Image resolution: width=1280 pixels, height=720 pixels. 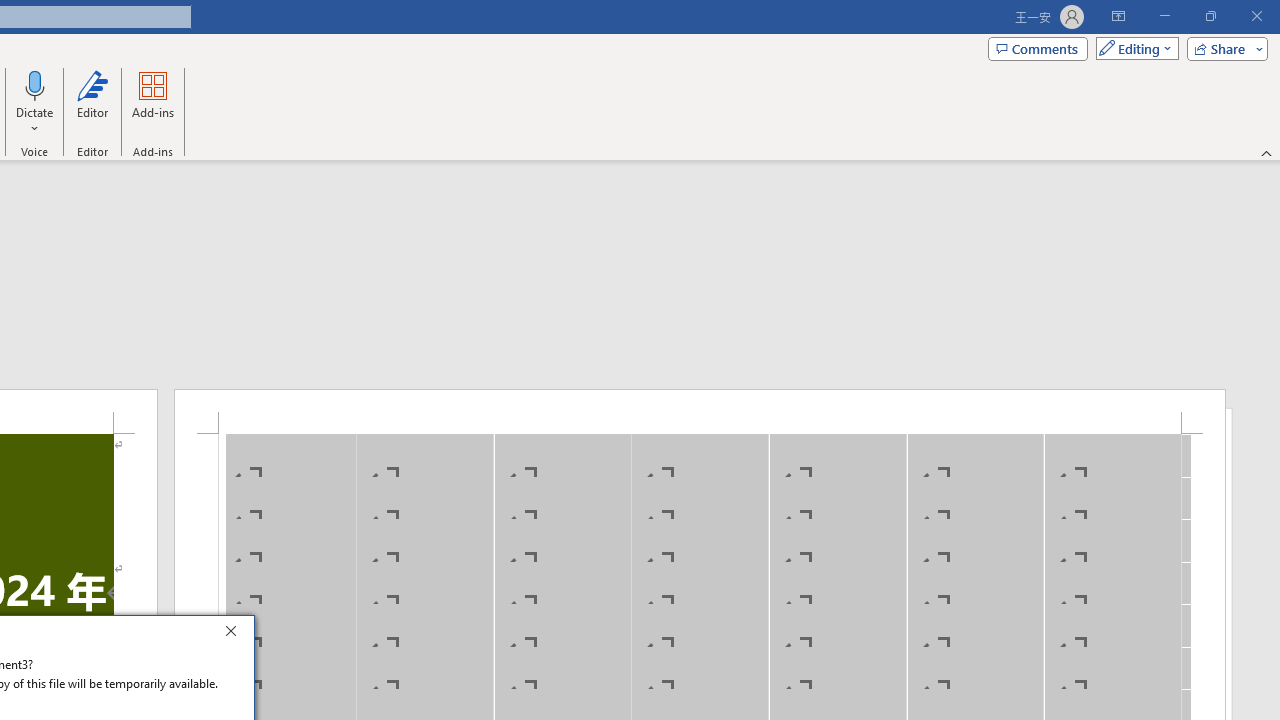 I want to click on 'Mode', so click(x=1133, y=47).